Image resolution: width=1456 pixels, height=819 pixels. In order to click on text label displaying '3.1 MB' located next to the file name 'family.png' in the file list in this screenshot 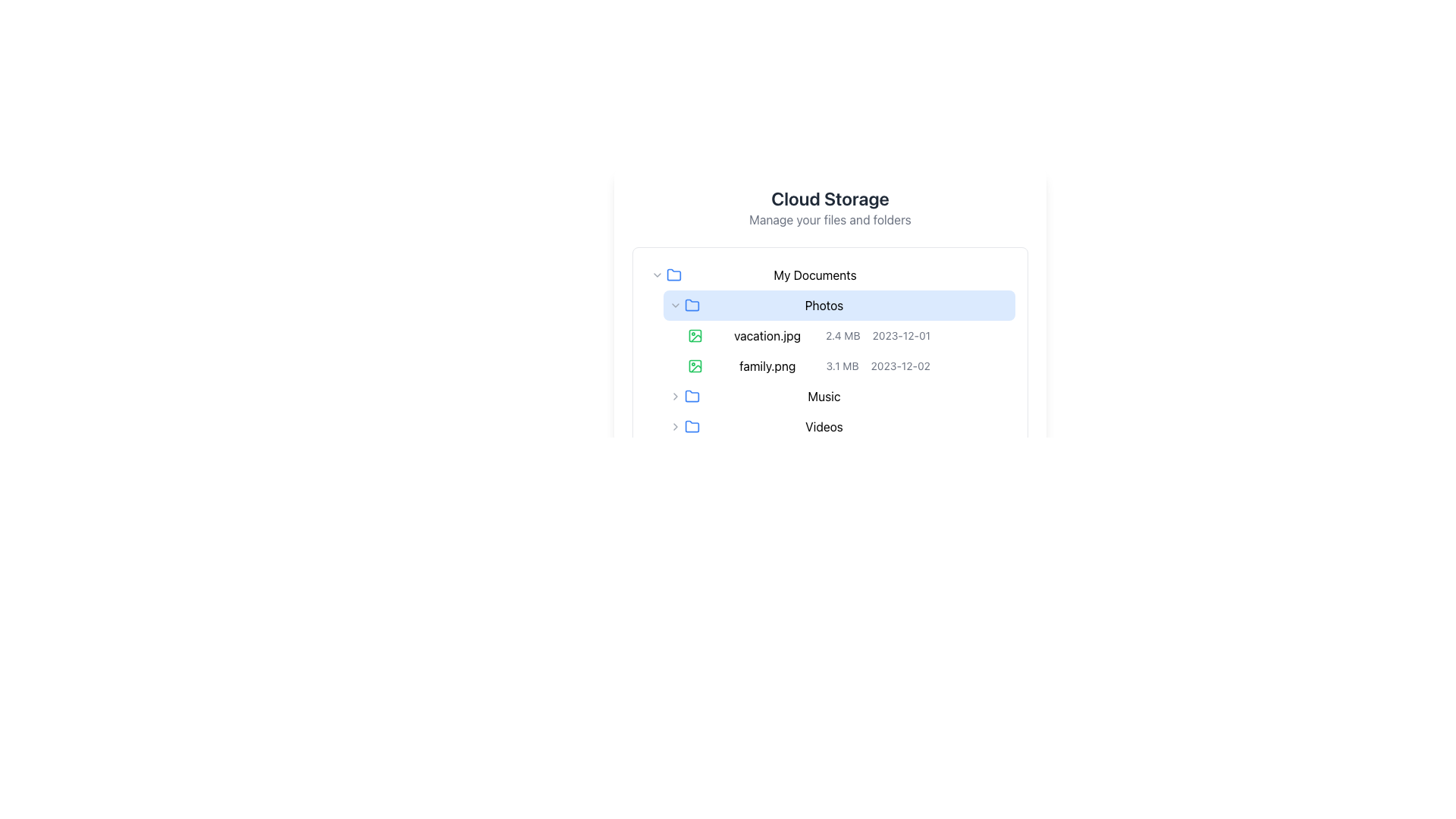, I will do `click(842, 366)`.